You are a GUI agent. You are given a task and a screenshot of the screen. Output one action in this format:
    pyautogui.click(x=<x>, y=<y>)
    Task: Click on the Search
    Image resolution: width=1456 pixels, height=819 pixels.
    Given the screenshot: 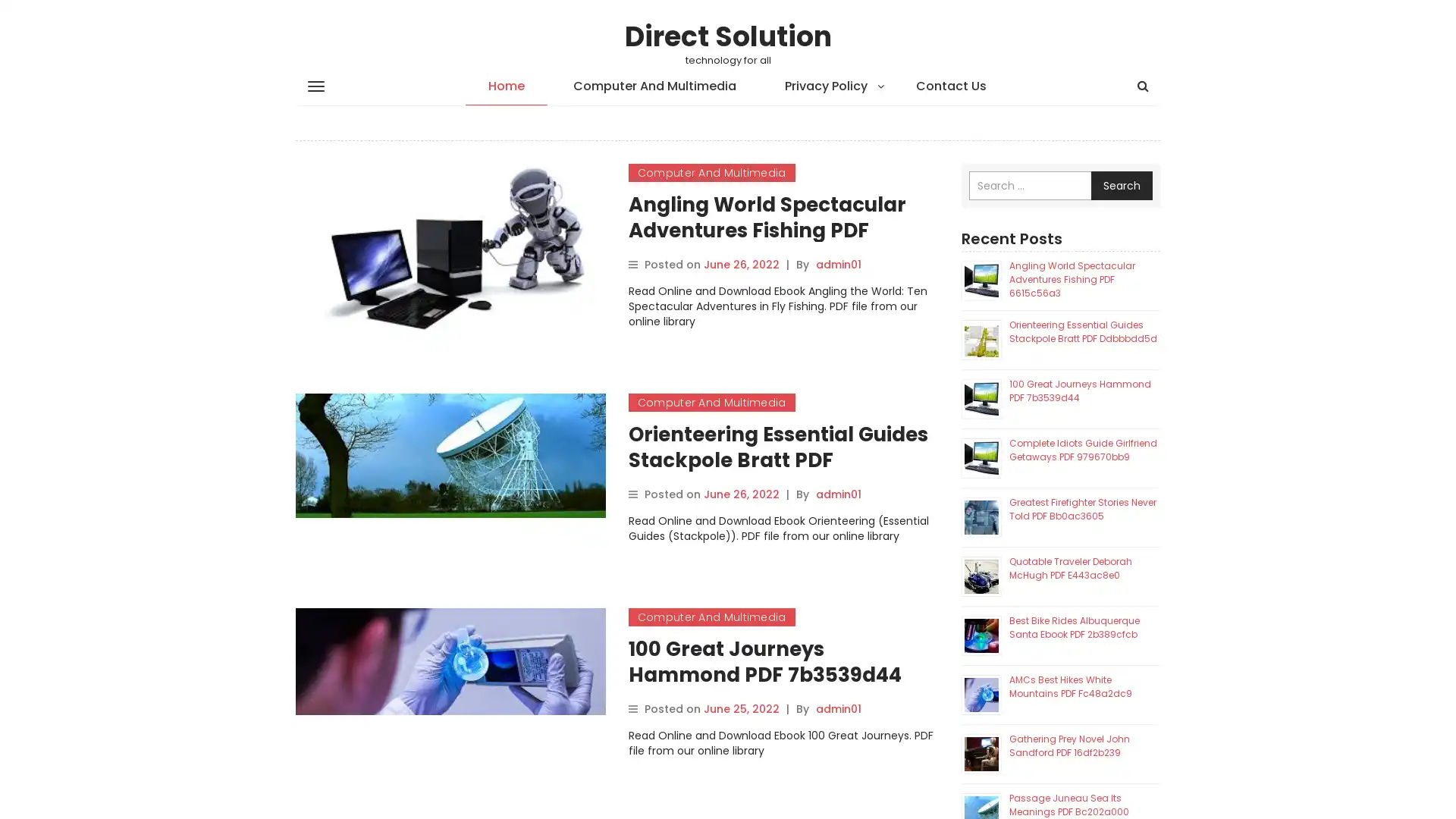 What is the action you would take?
    pyautogui.click(x=1122, y=185)
    